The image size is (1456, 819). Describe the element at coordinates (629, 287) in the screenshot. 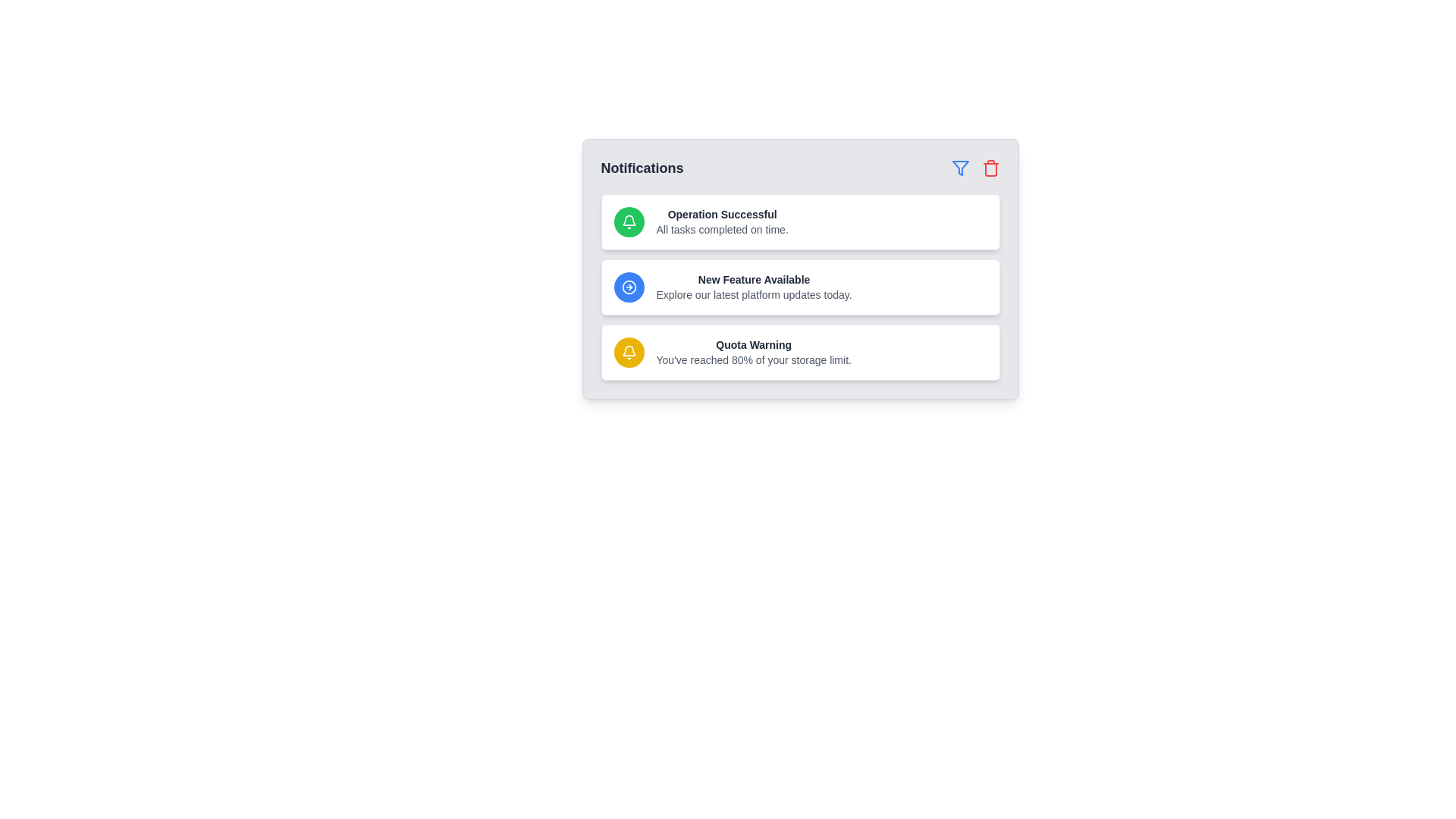

I see `the graphical icon component located in the notification panel of the 'New Feature Available' notification` at that location.